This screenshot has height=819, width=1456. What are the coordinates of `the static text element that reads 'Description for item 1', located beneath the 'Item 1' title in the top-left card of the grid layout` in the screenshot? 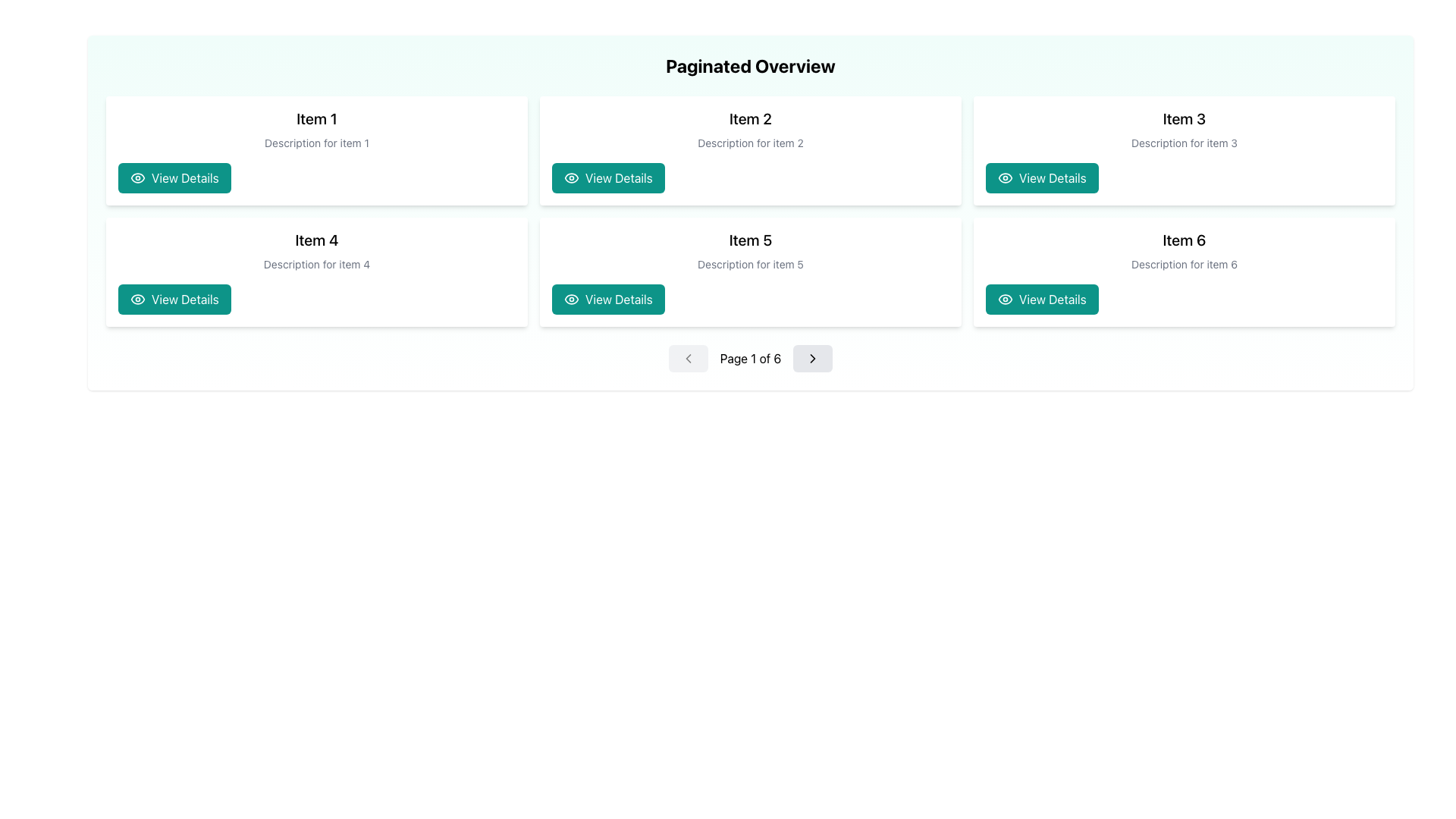 It's located at (315, 143).